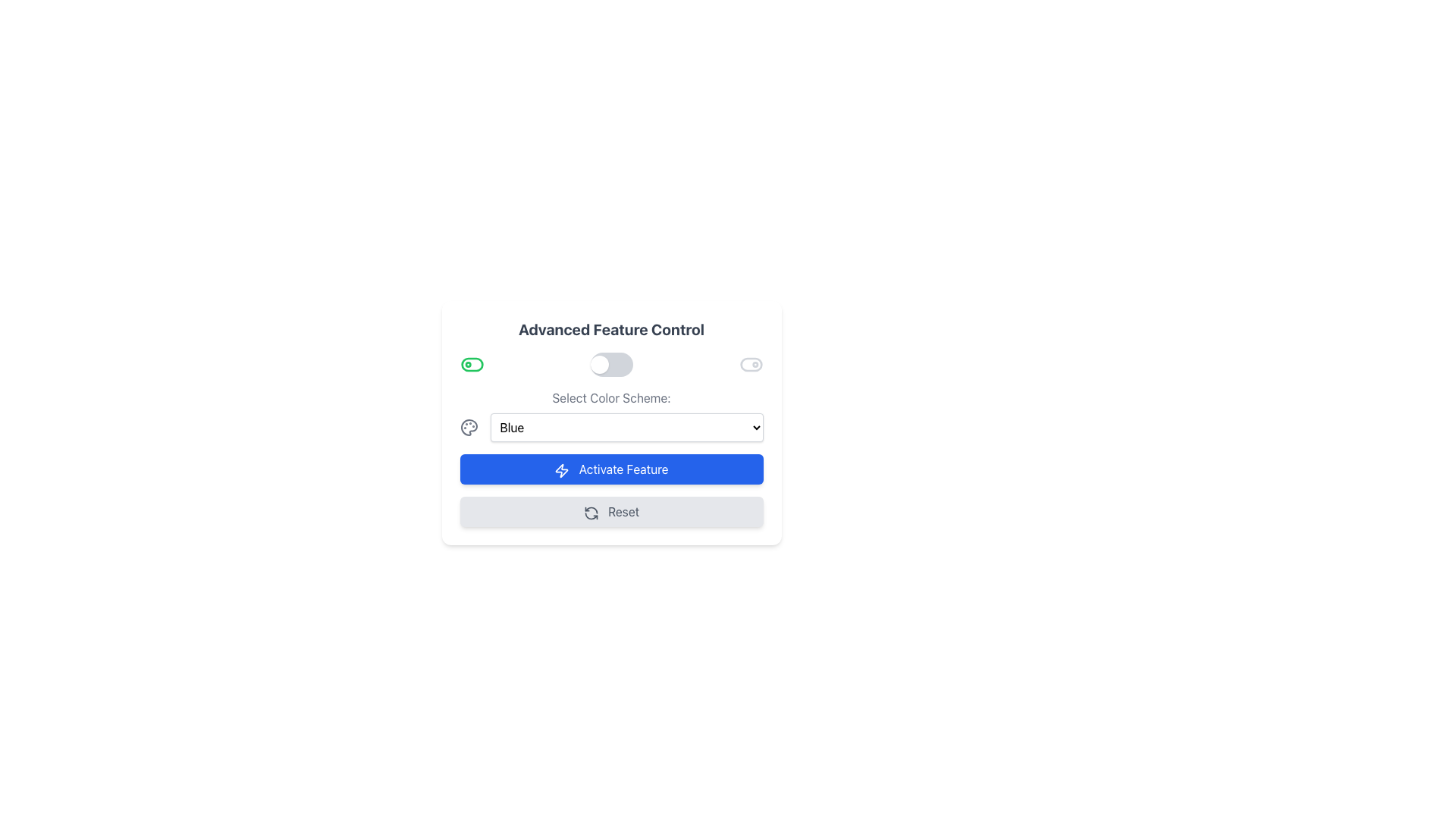 The height and width of the screenshot is (819, 1456). Describe the element at coordinates (611, 365) in the screenshot. I see `the toggle switch with a gray background and white circular thumb located in the 'Advanced Feature Control' section to switch its state` at that location.